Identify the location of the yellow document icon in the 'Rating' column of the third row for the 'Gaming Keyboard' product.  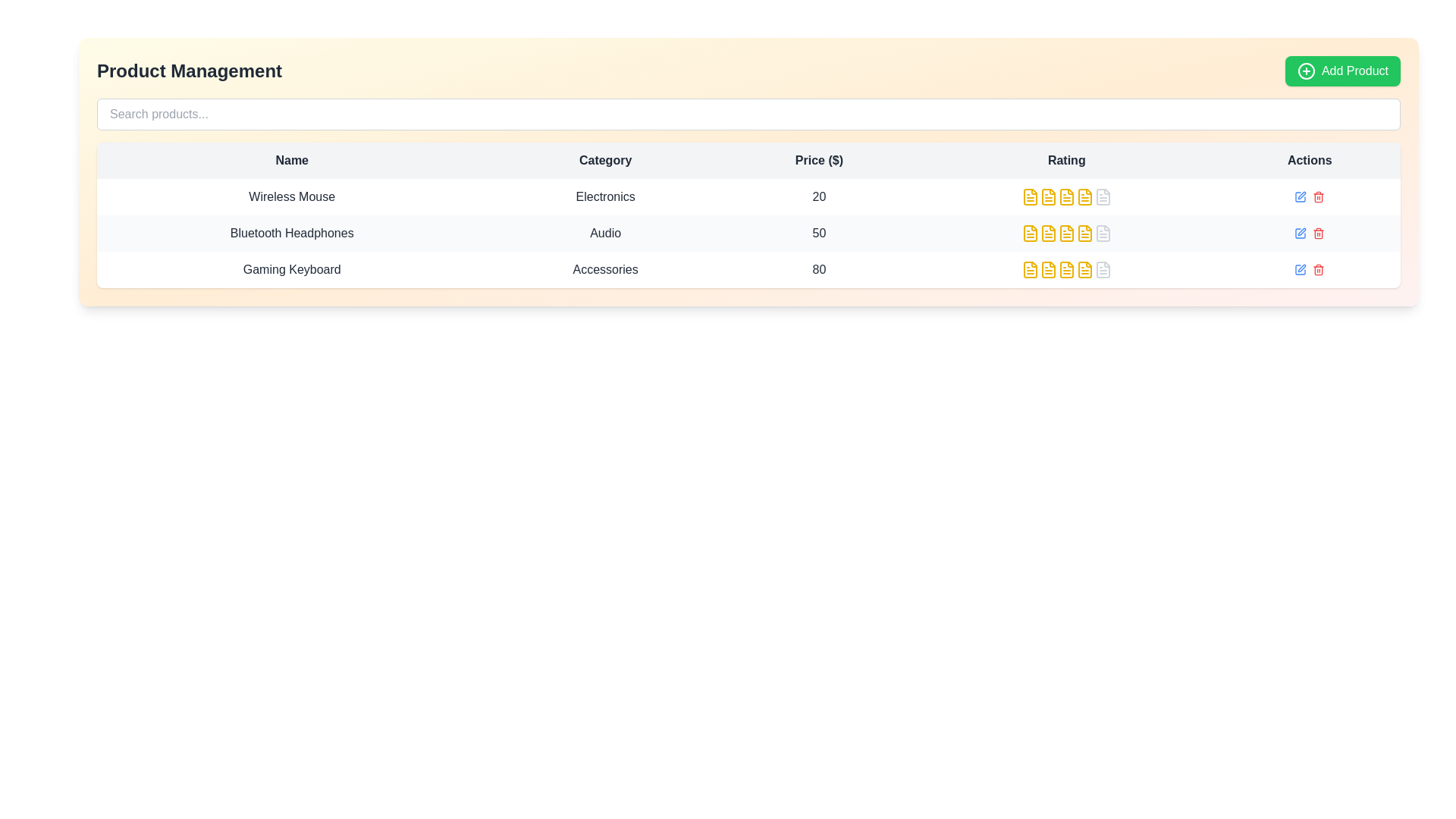
(1047, 268).